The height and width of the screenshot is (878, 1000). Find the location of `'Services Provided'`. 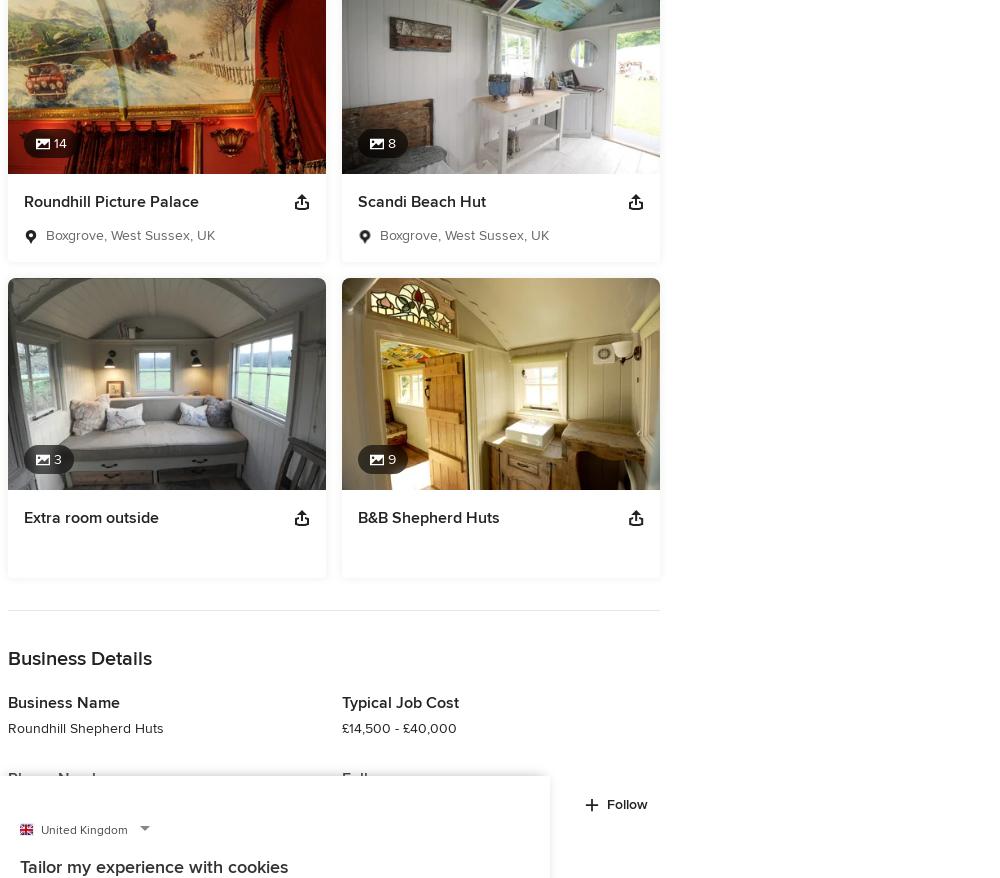

'Services Provided' is located at coordinates (87, 103).